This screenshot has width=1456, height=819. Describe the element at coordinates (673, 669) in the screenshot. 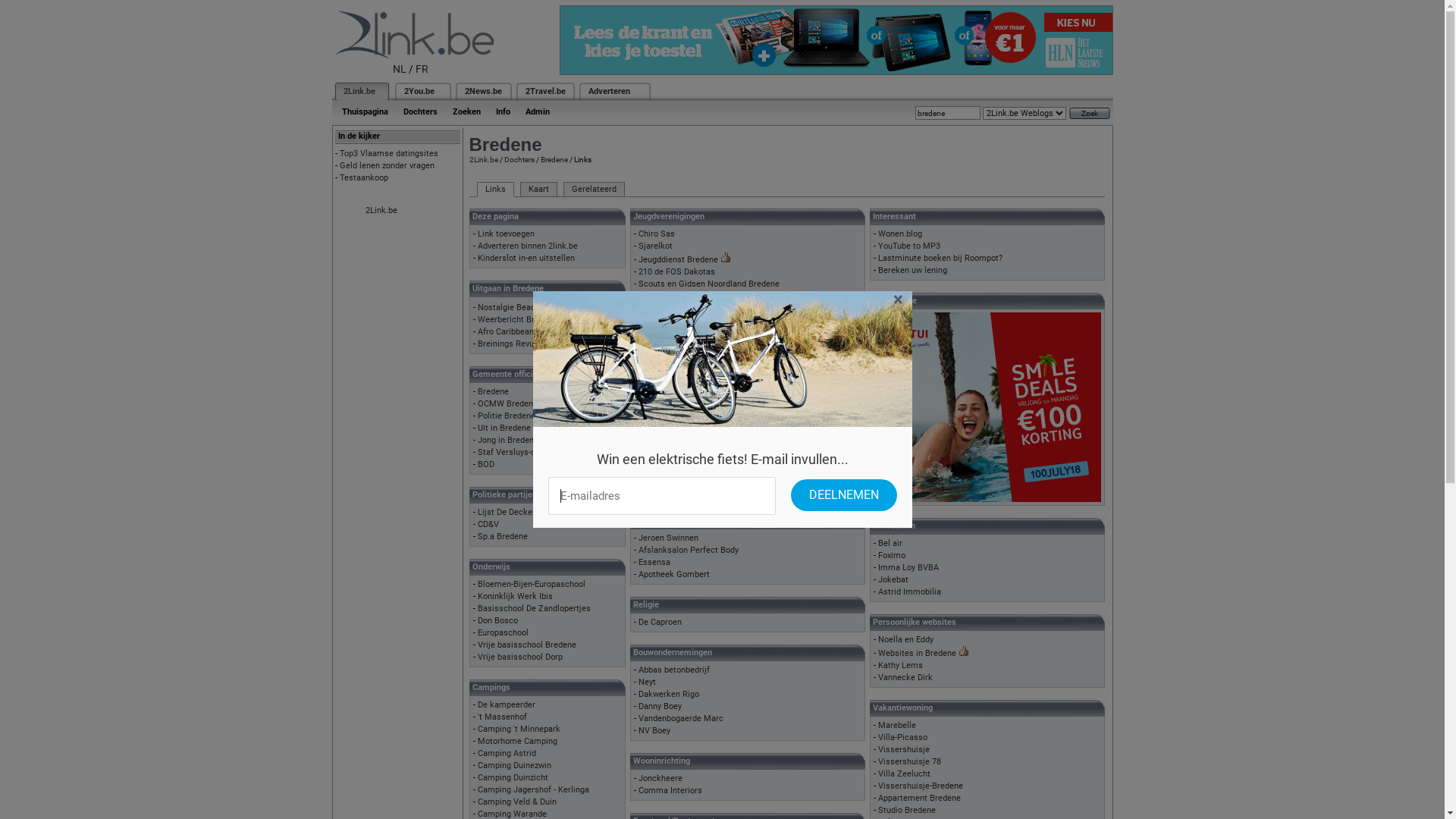

I see `'Abbas betonbedrijf'` at that location.